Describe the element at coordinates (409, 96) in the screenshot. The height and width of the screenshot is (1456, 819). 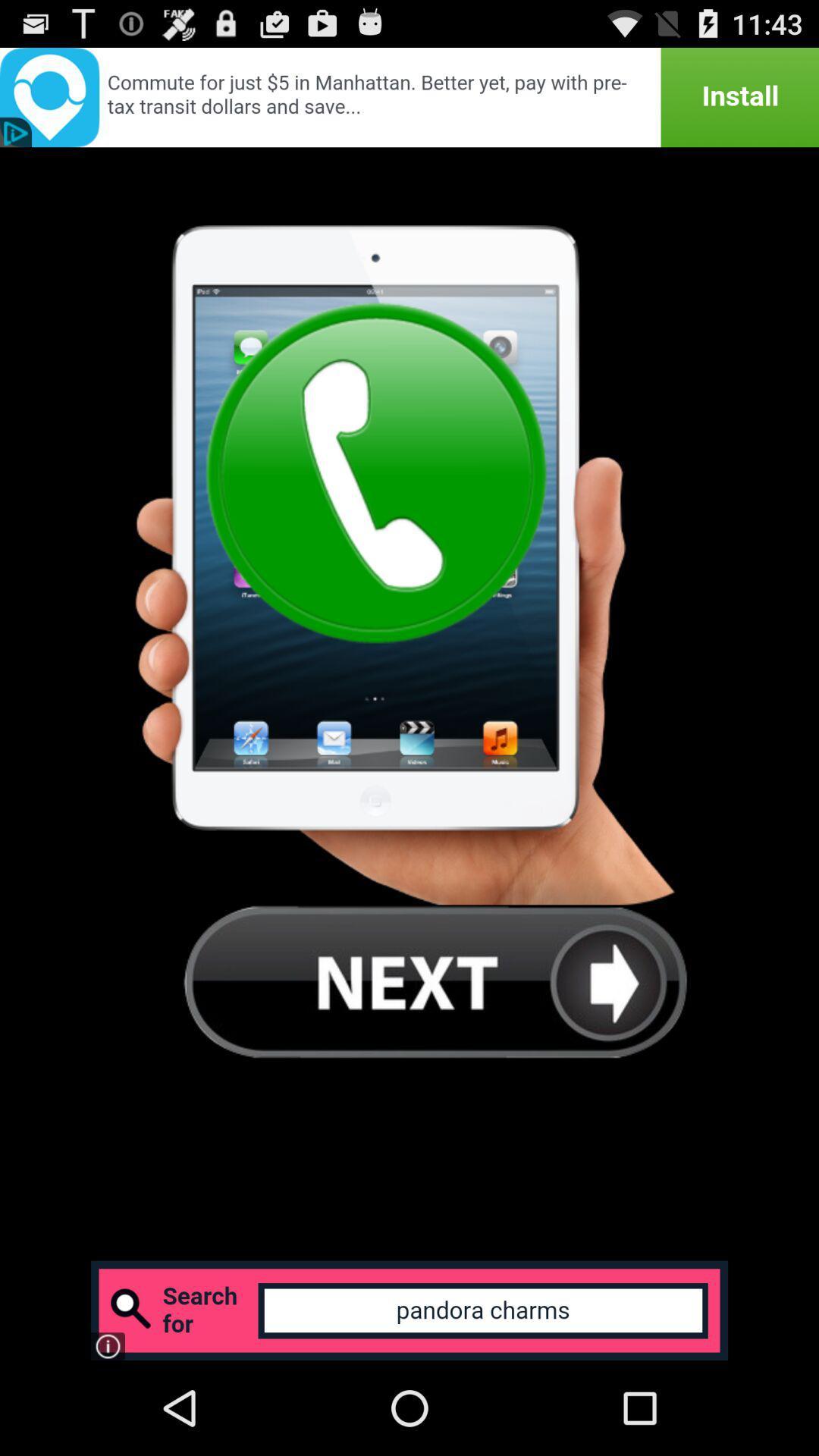
I see `install the app` at that location.